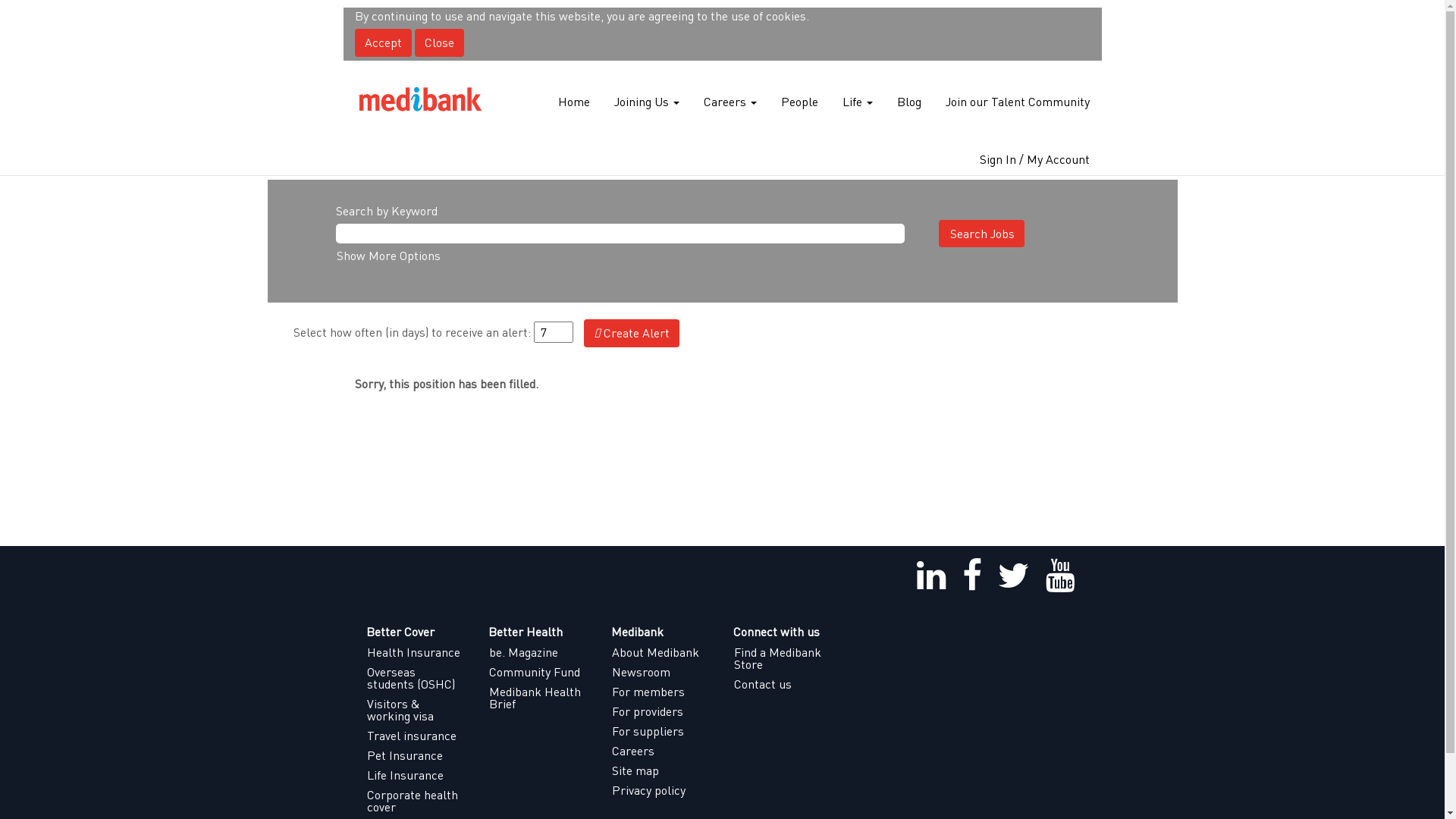 The width and height of the screenshot is (1456, 819). Describe the element at coordinates (438, 42) in the screenshot. I see `'Close'` at that location.